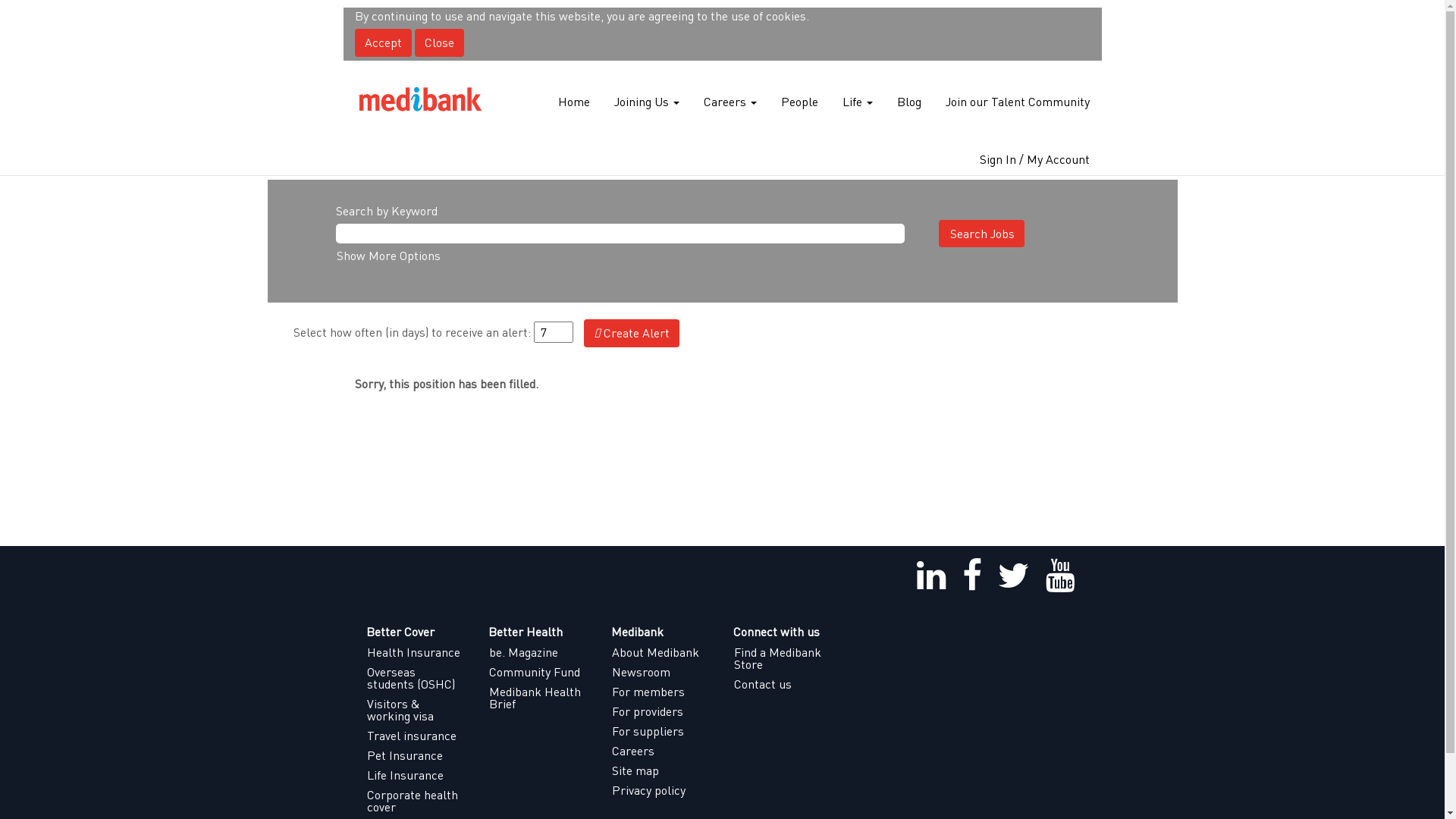 The width and height of the screenshot is (1456, 819). Describe the element at coordinates (438, 42) in the screenshot. I see `'Close'` at that location.